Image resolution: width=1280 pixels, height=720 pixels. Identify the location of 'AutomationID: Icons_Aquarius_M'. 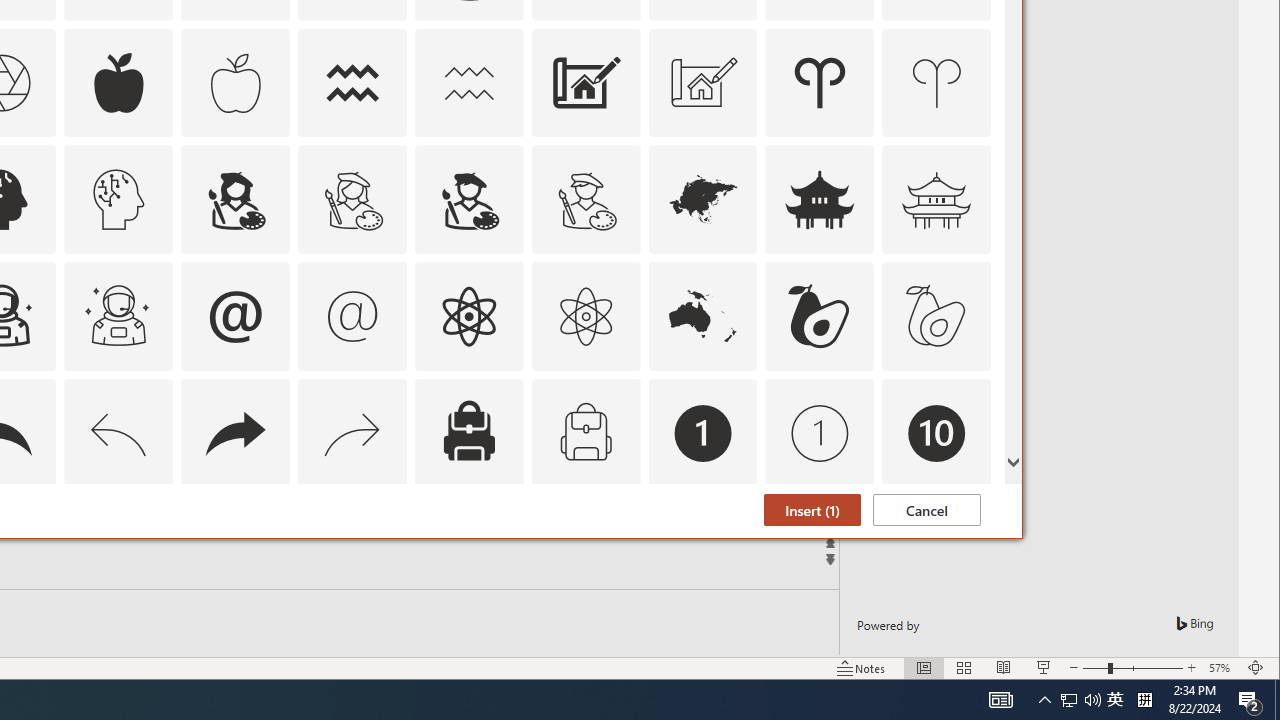
(468, 81).